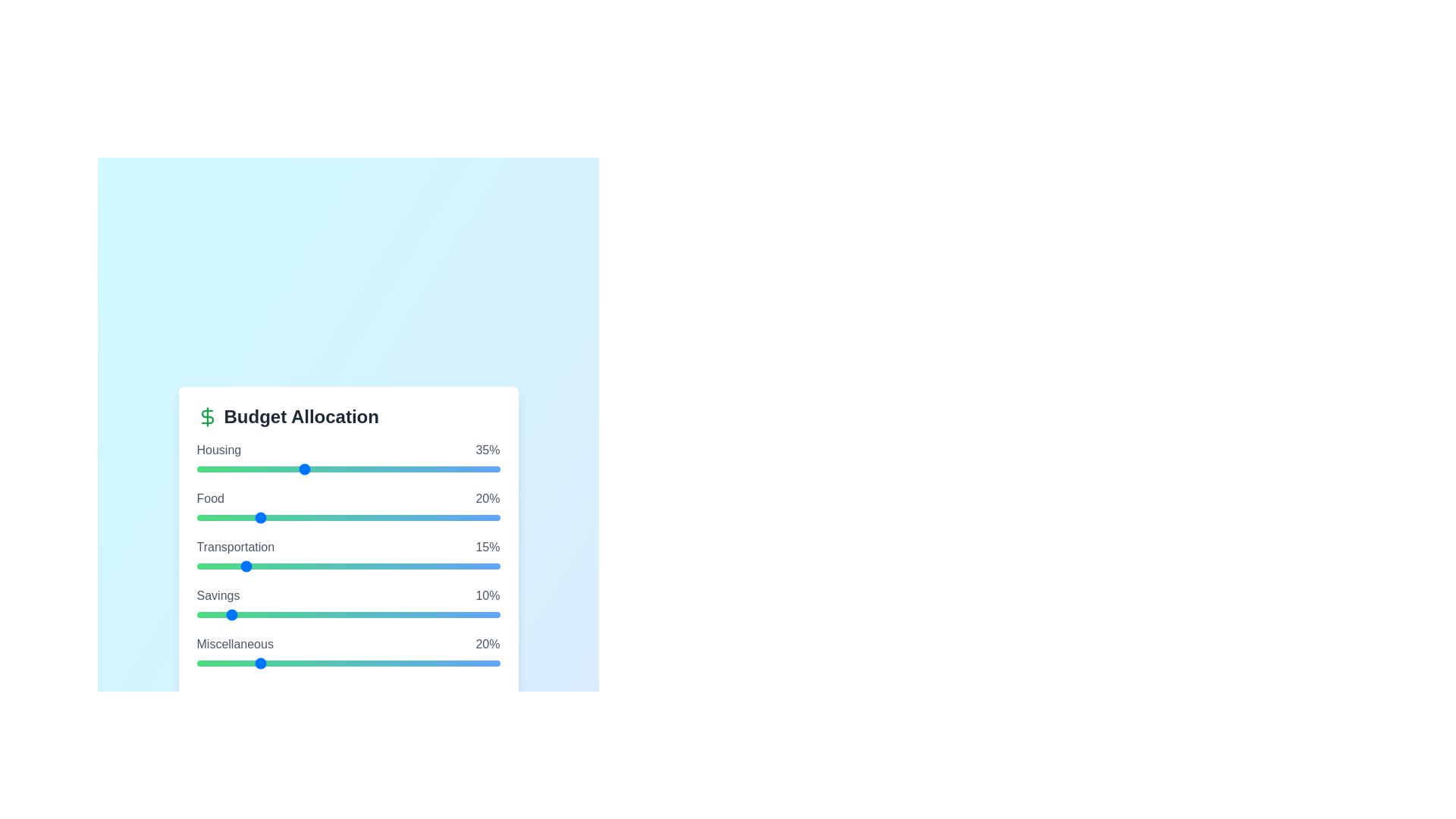  What do you see at coordinates (234, 547) in the screenshot?
I see `the category name Transportation to focus on it` at bounding box center [234, 547].